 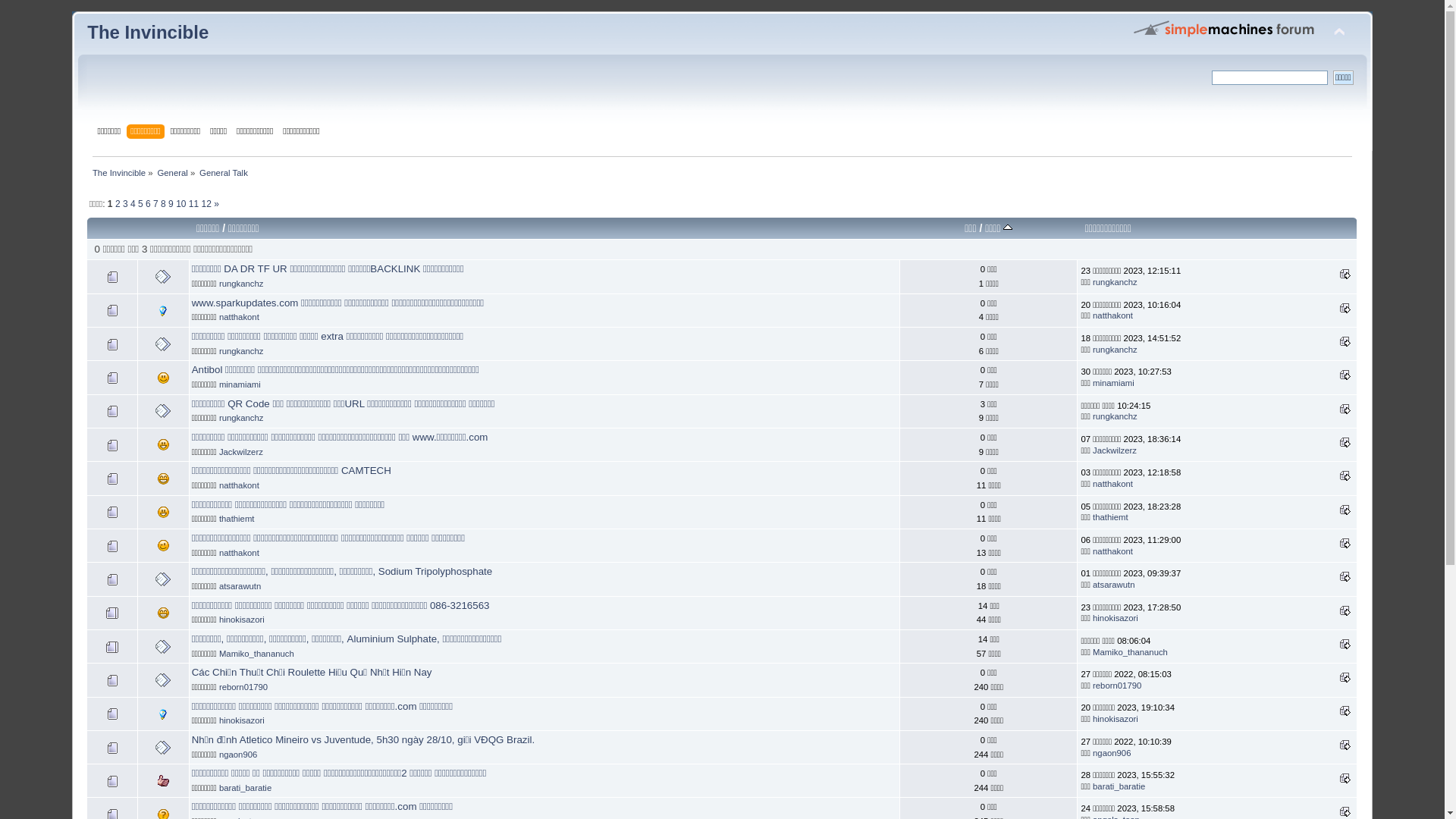 What do you see at coordinates (237, 754) in the screenshot?
I see `'ngaon906'` at bounding box center [237, 754].